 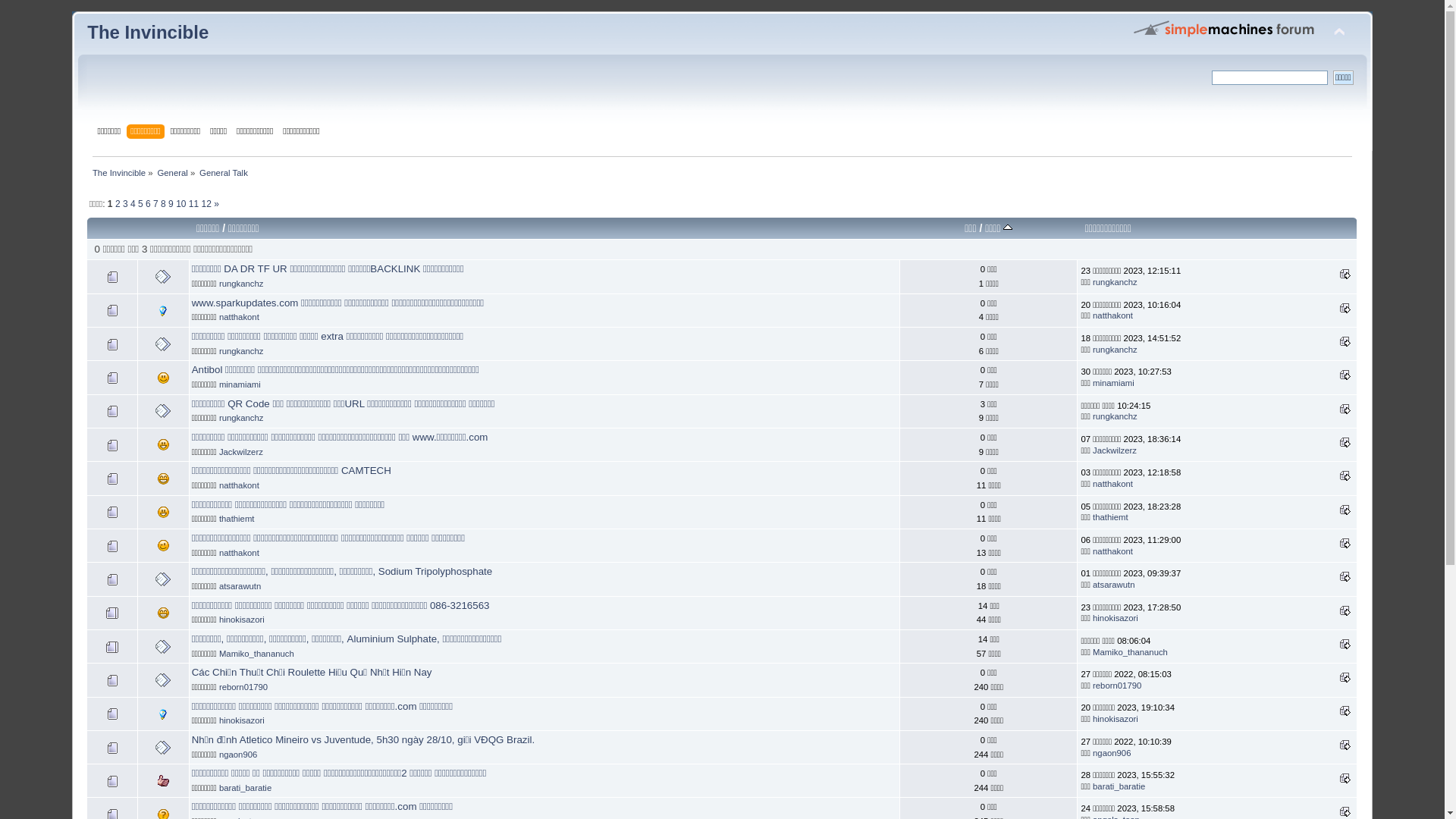 What do you see at coordinates (237, 754) in the screenshot?
I see `'ngaon906'` at bounding box center [237, 754].